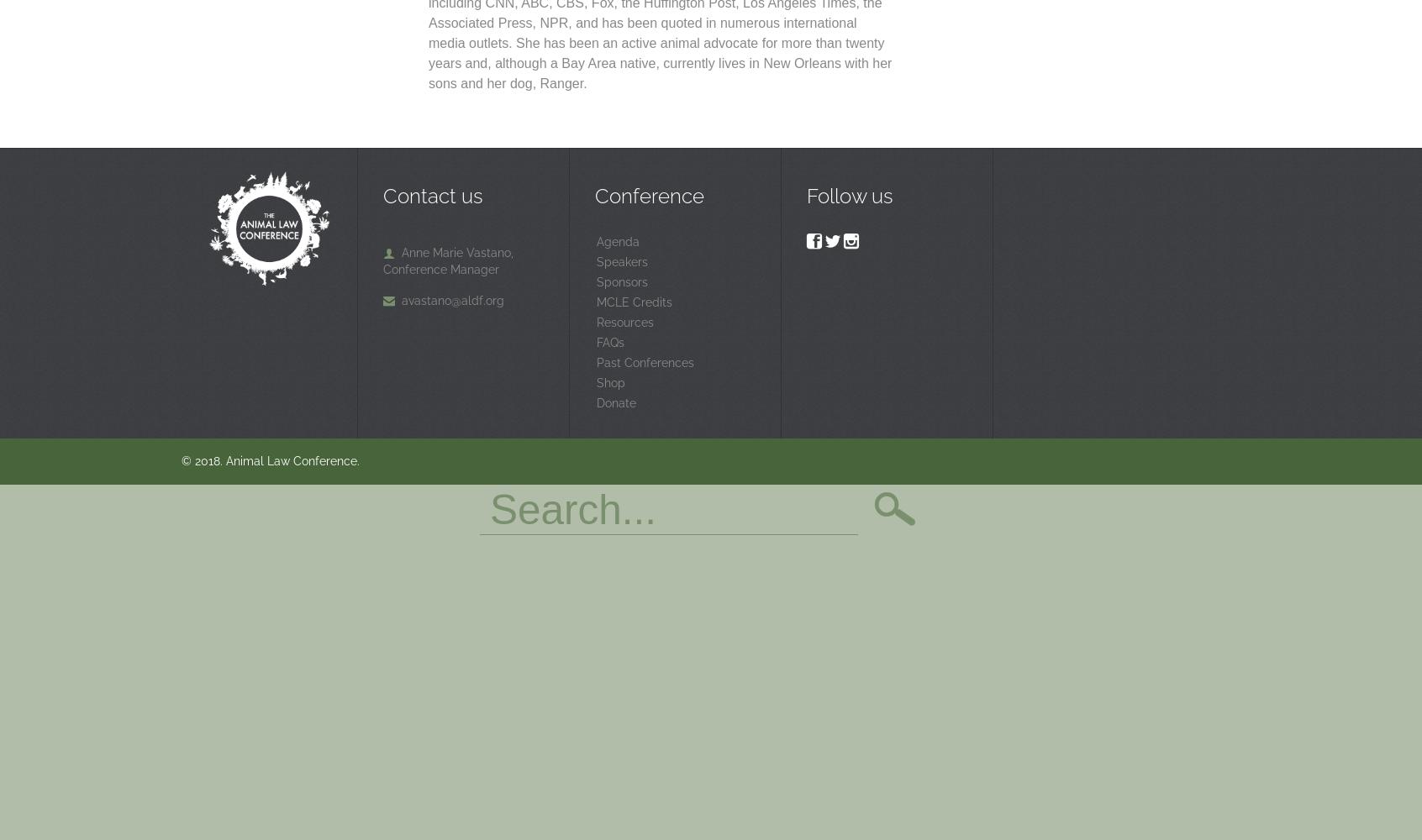 This screenshot has width=1422, height=840. Describe the element at coordinates (433, 194) in the screenshot. I see `'Contact us'` at that location.